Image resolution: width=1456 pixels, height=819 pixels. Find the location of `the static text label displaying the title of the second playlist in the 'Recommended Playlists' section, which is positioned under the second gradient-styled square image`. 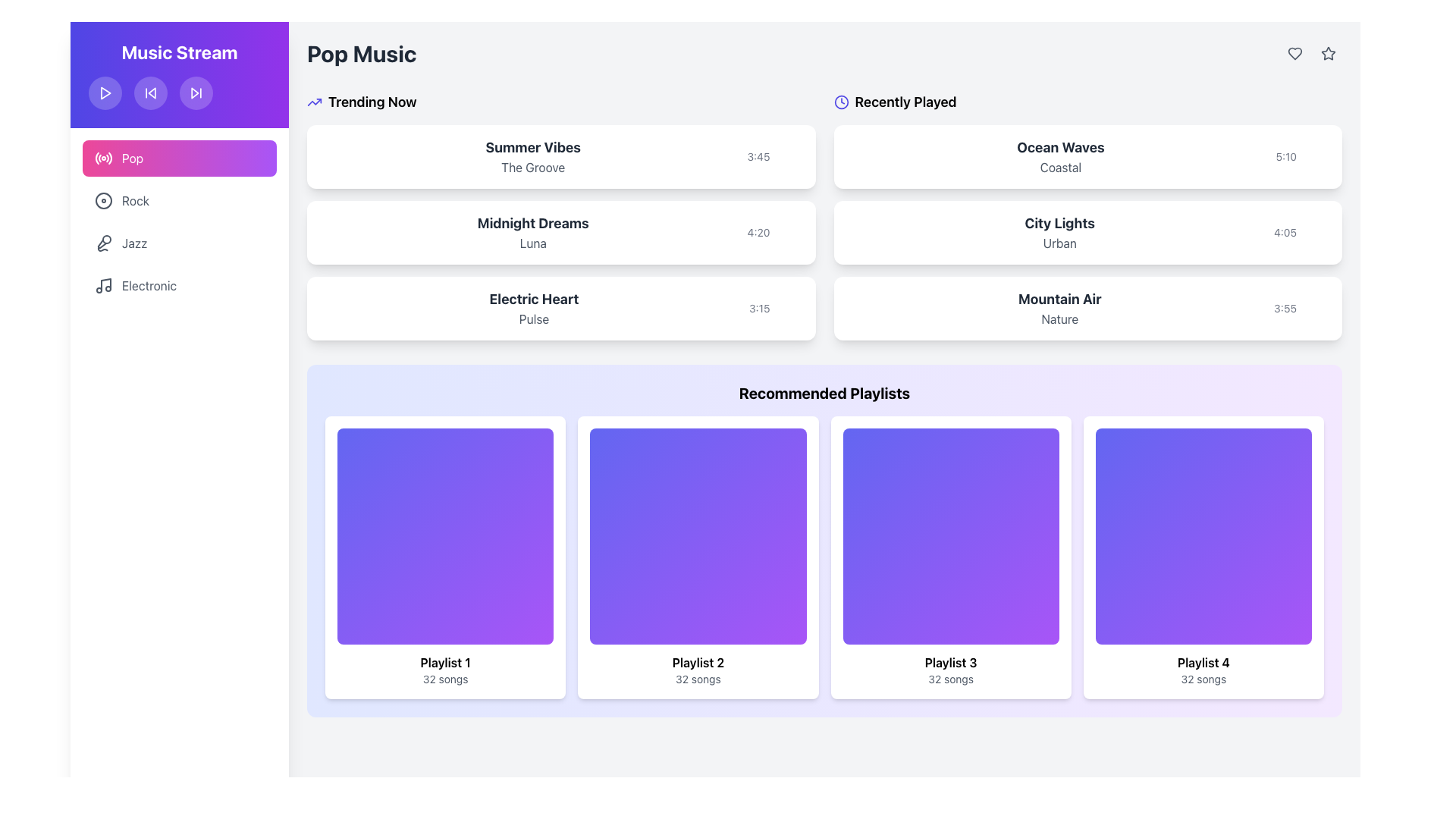

the static text label displaying the title of the second playlist in the 'Recommended Playlists' section, which is positioned under the second gradient-styled square image is located at coordinates (697, 662).